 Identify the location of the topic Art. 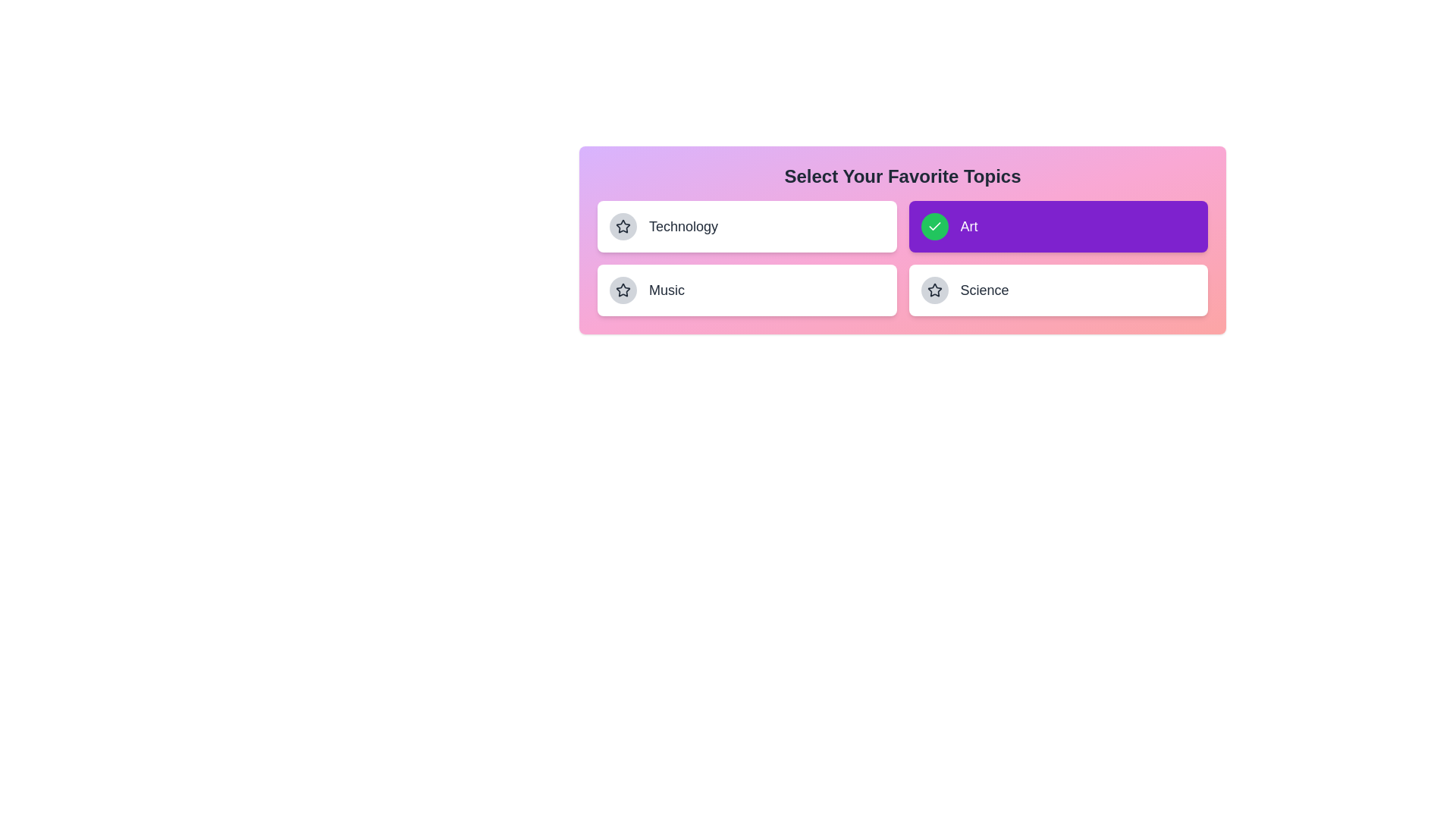
(1057, 227).